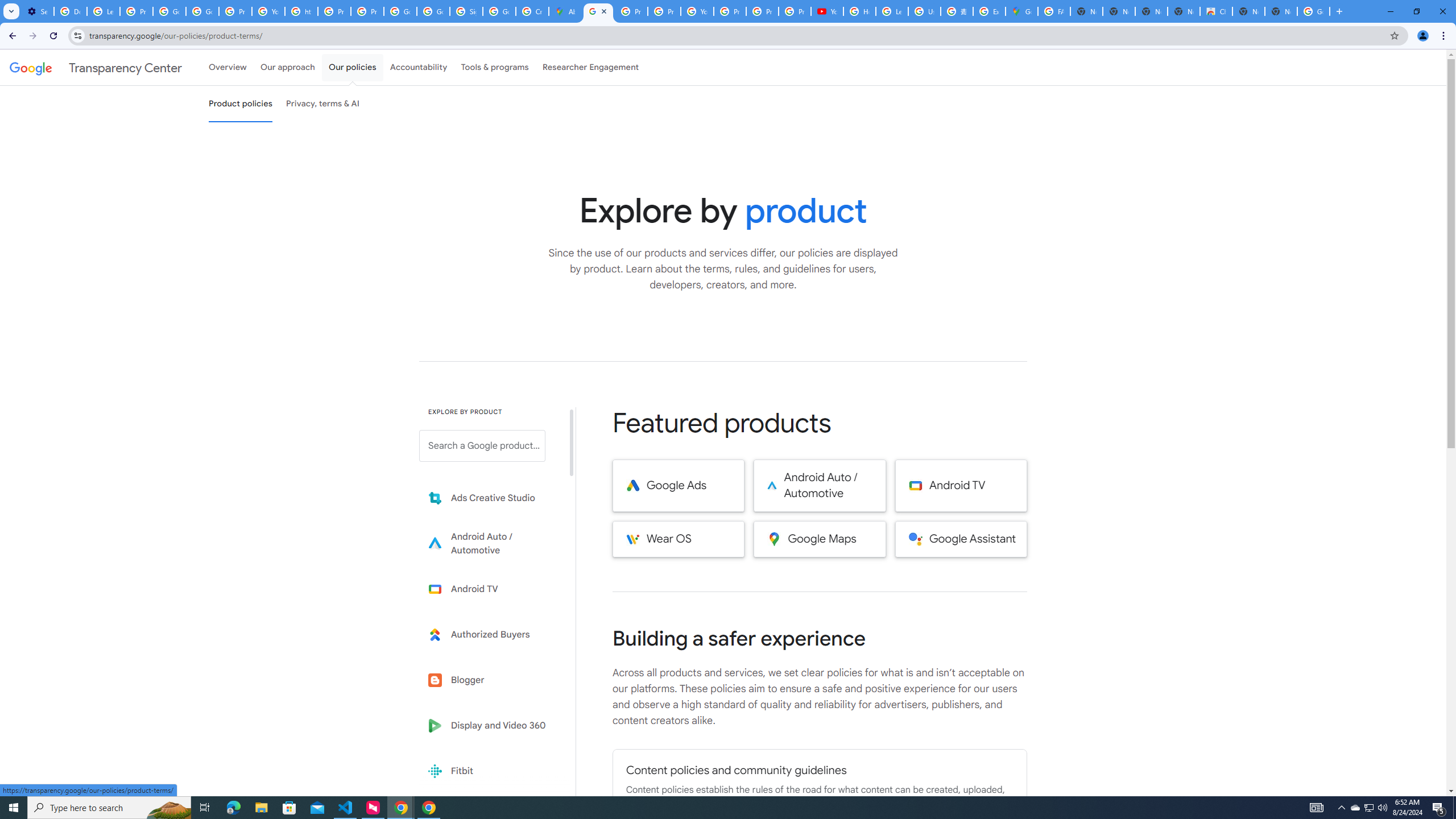  Describe the element at coordinates (490, 679) in the screenshot. I see `'Blogger'` at that location.